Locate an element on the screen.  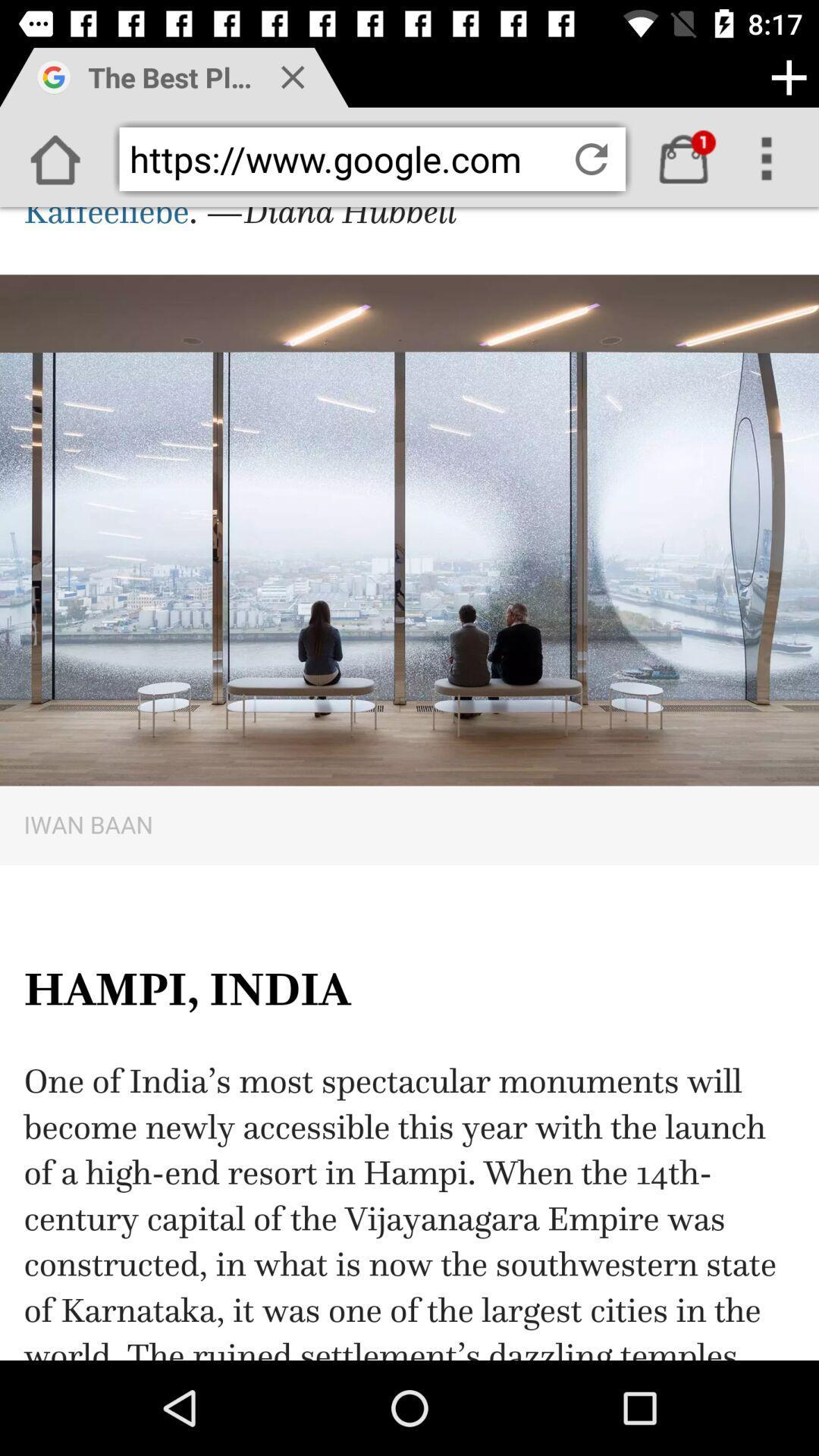
buy is located at coordinates (683, 159).